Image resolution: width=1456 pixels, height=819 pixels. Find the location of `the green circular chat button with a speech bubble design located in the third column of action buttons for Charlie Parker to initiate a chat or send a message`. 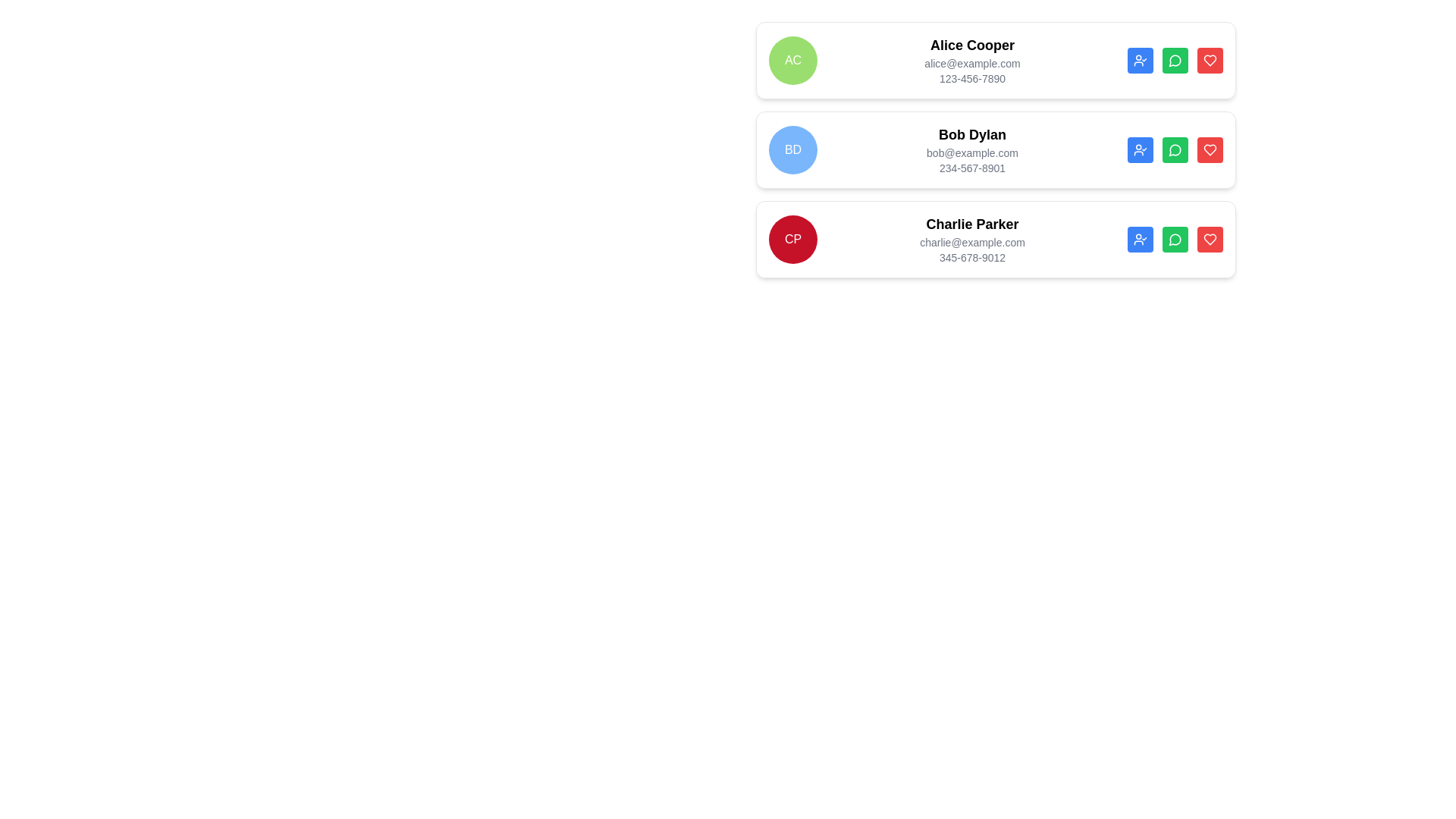

the green circular chat button with a speech bubble design located in the third column of action buttons for Charlie Parker to initiate a chat or send a message is located at coordinates (1174, 60).